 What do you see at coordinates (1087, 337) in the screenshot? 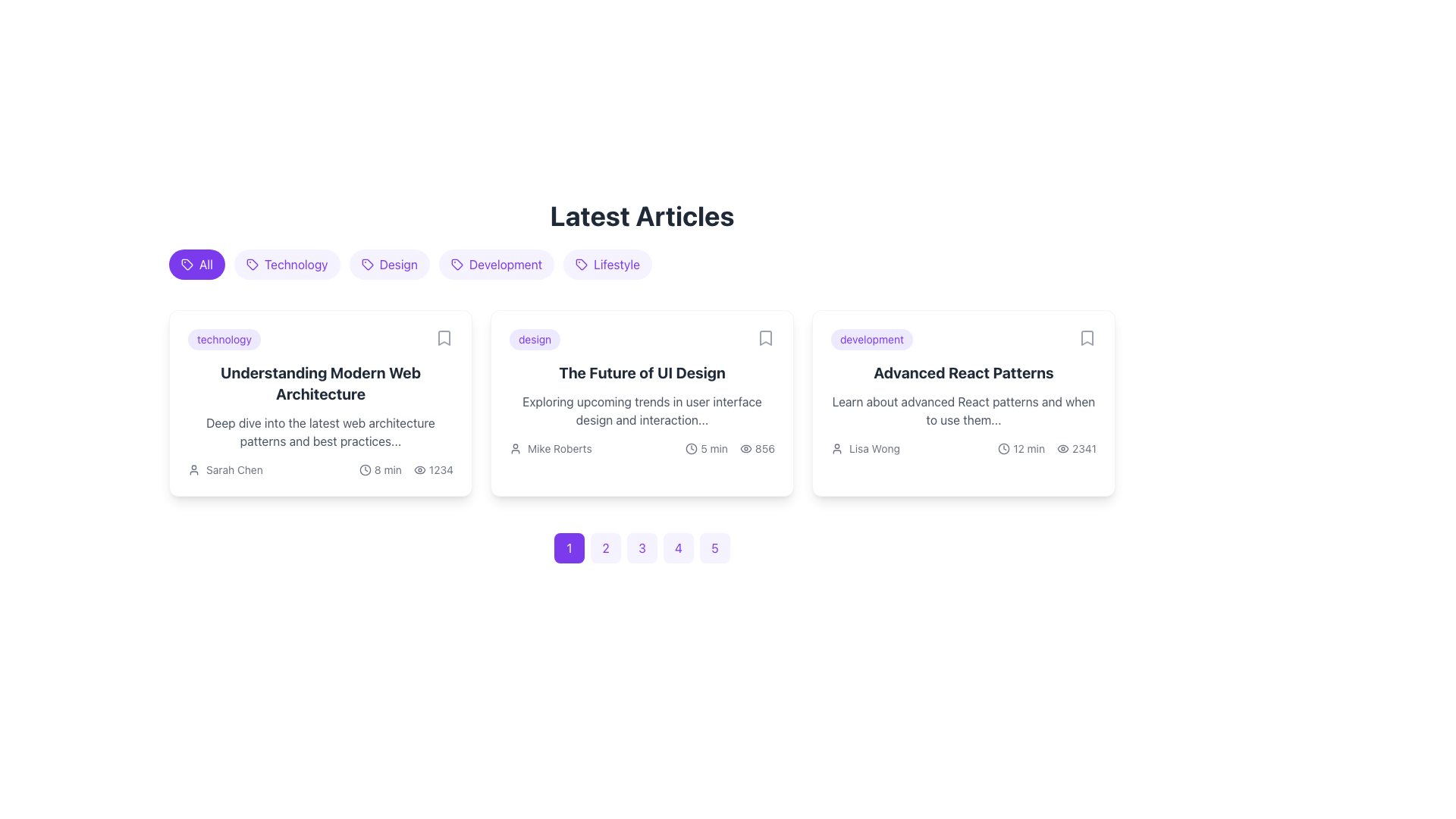
I see `the bookmark icon located in the top-right corner of the 'Advanced React Patterns' card to bookmark the article` at bounding box center [1087, 337].